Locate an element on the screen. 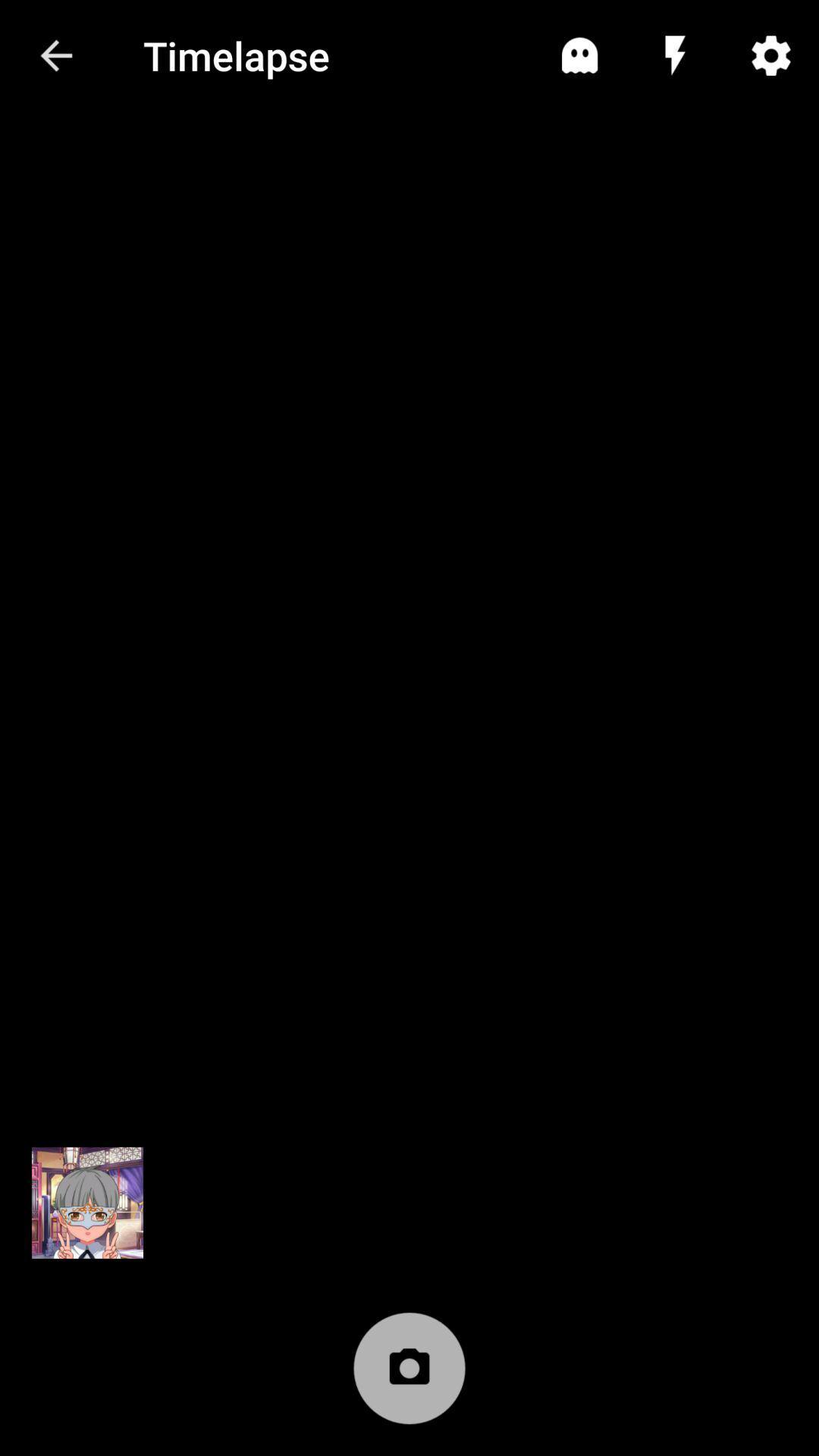  the item below timelapse icon is located at coordinates (409, 1376).